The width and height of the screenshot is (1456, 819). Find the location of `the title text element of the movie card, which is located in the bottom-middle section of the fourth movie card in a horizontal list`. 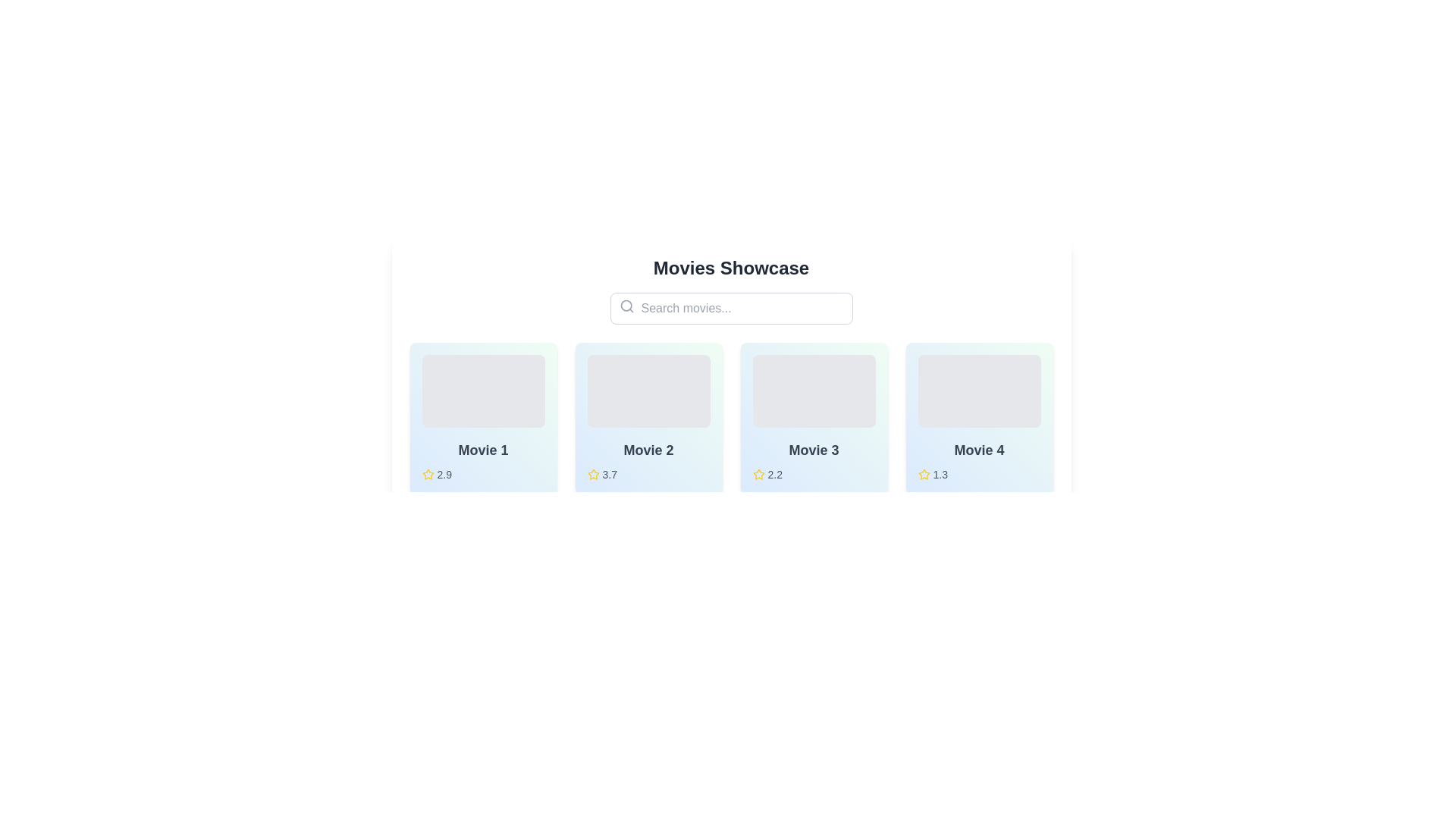

the title text element of the movie card, which is located in the bottom-middle section of the fourth movie card in a horizontal list is located at coordinates (979, 450).